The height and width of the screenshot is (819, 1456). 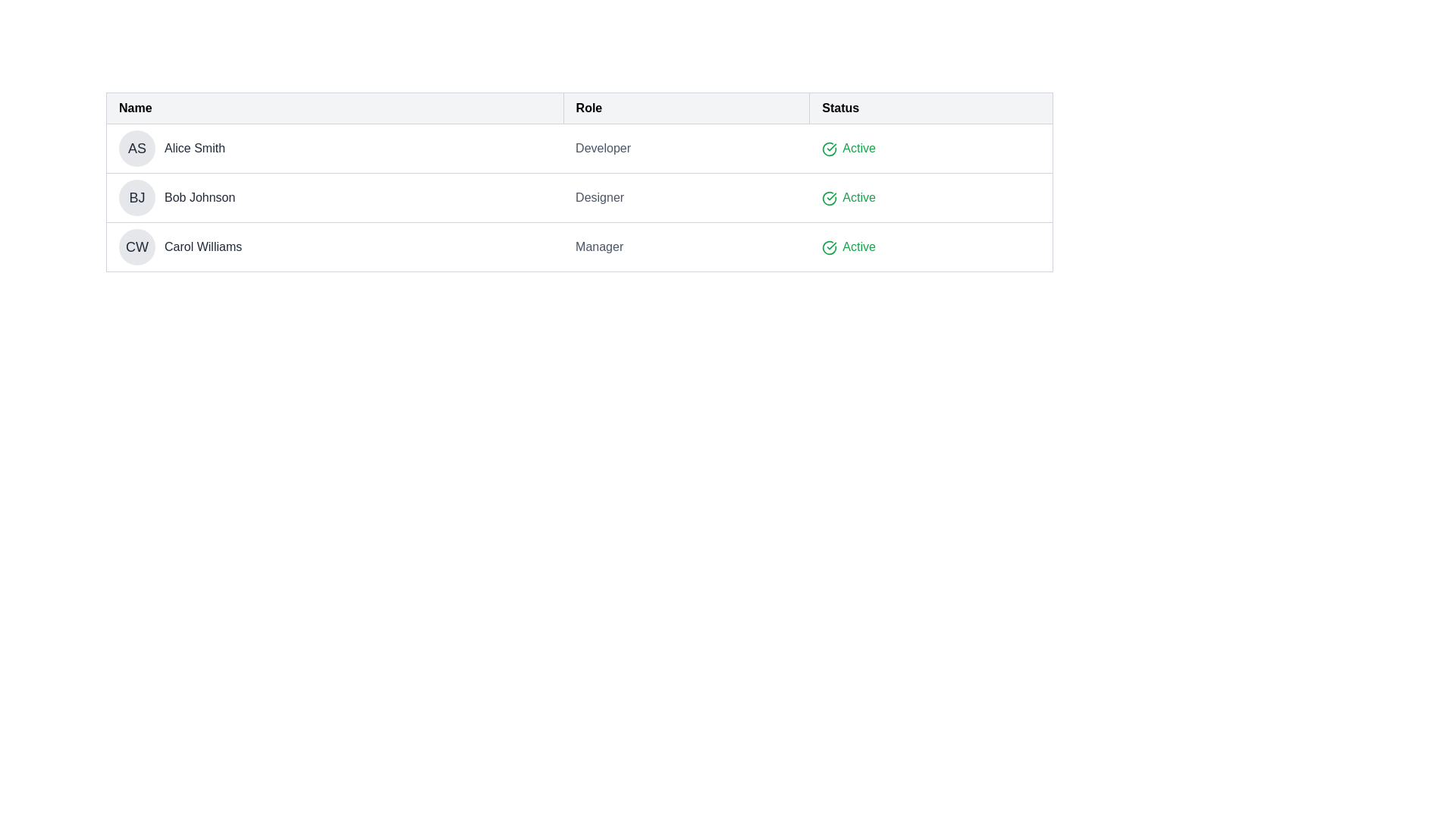 I want to click on the table row displaying user information for 'Bob Johnson', which includes a circular avatar with 'BJ', the name 'Bob Johnson', the role 'Designer', and an 'Active' status with a green check icon, so click(x=579, y=197).